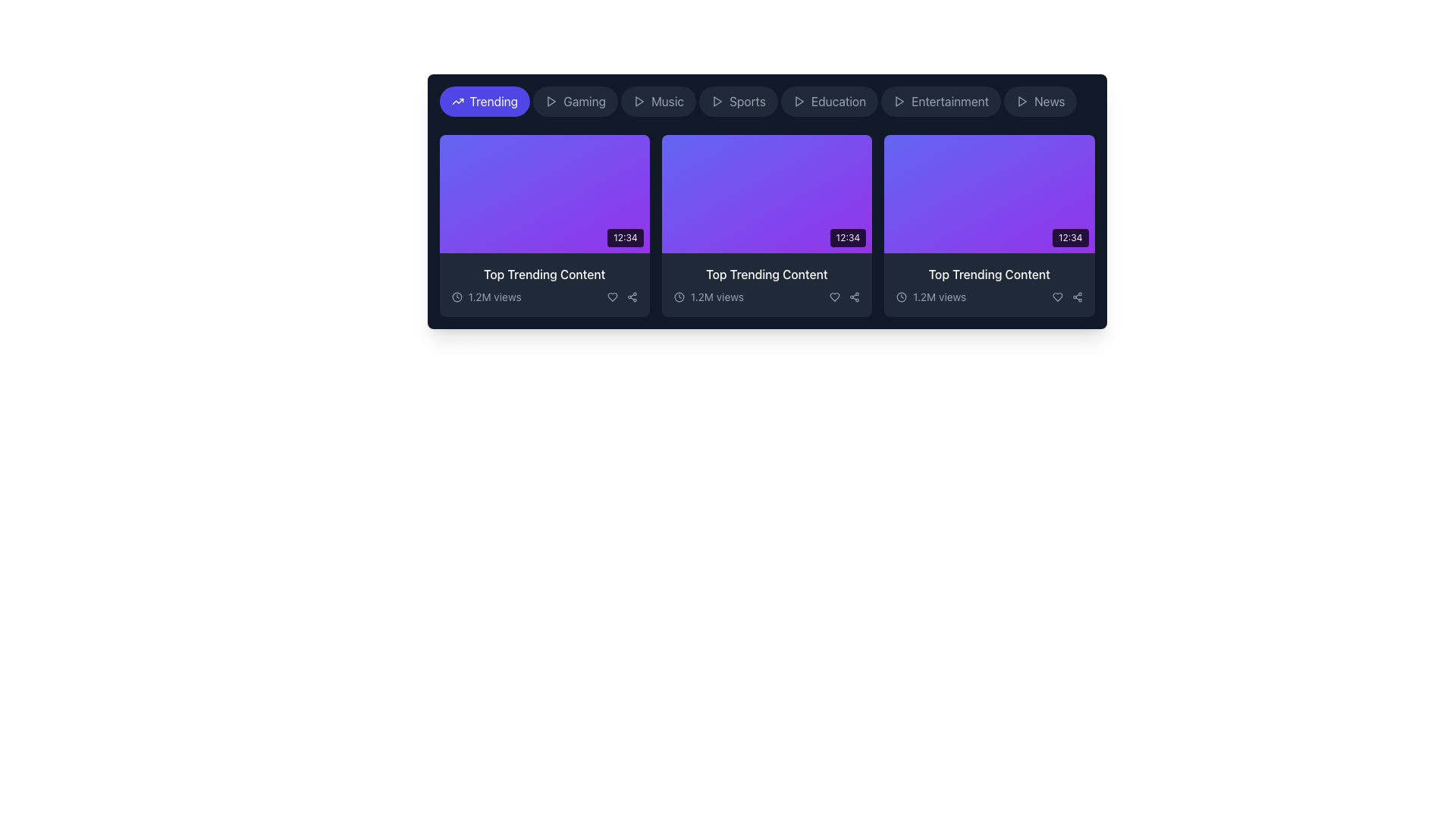 This screenshot has height=819, width=1456. I want to click on the triangular play button icon located in the category bar at the top of the interface, so click(899, 102).